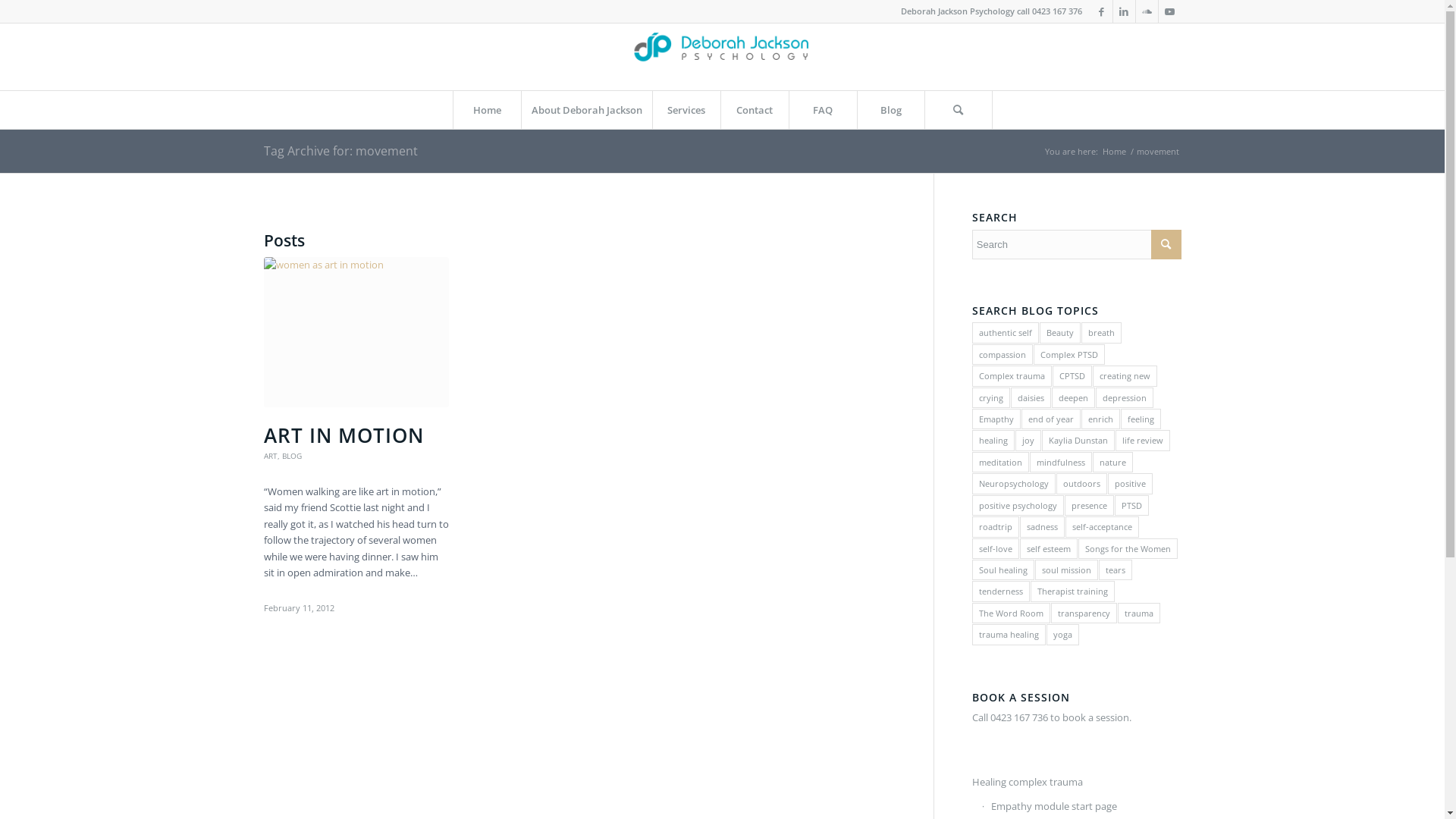 This screenshot has height=819, width=1456. Describe the element at coordinates (1081, 483) in the screenshot. I see `'outdoors'` at that location.